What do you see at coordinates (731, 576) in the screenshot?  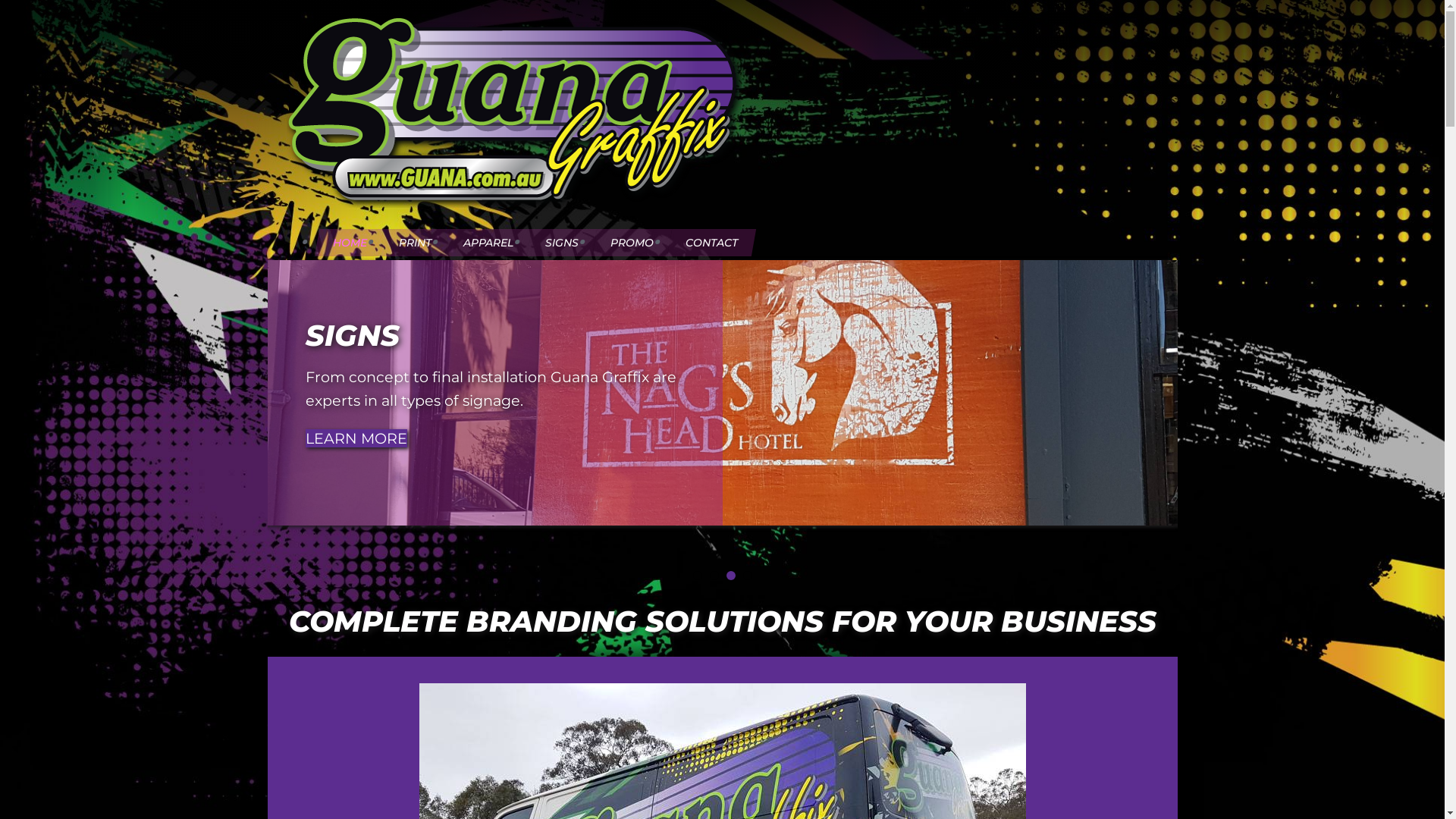 I see `'3'` at bounding box center [731, 576].